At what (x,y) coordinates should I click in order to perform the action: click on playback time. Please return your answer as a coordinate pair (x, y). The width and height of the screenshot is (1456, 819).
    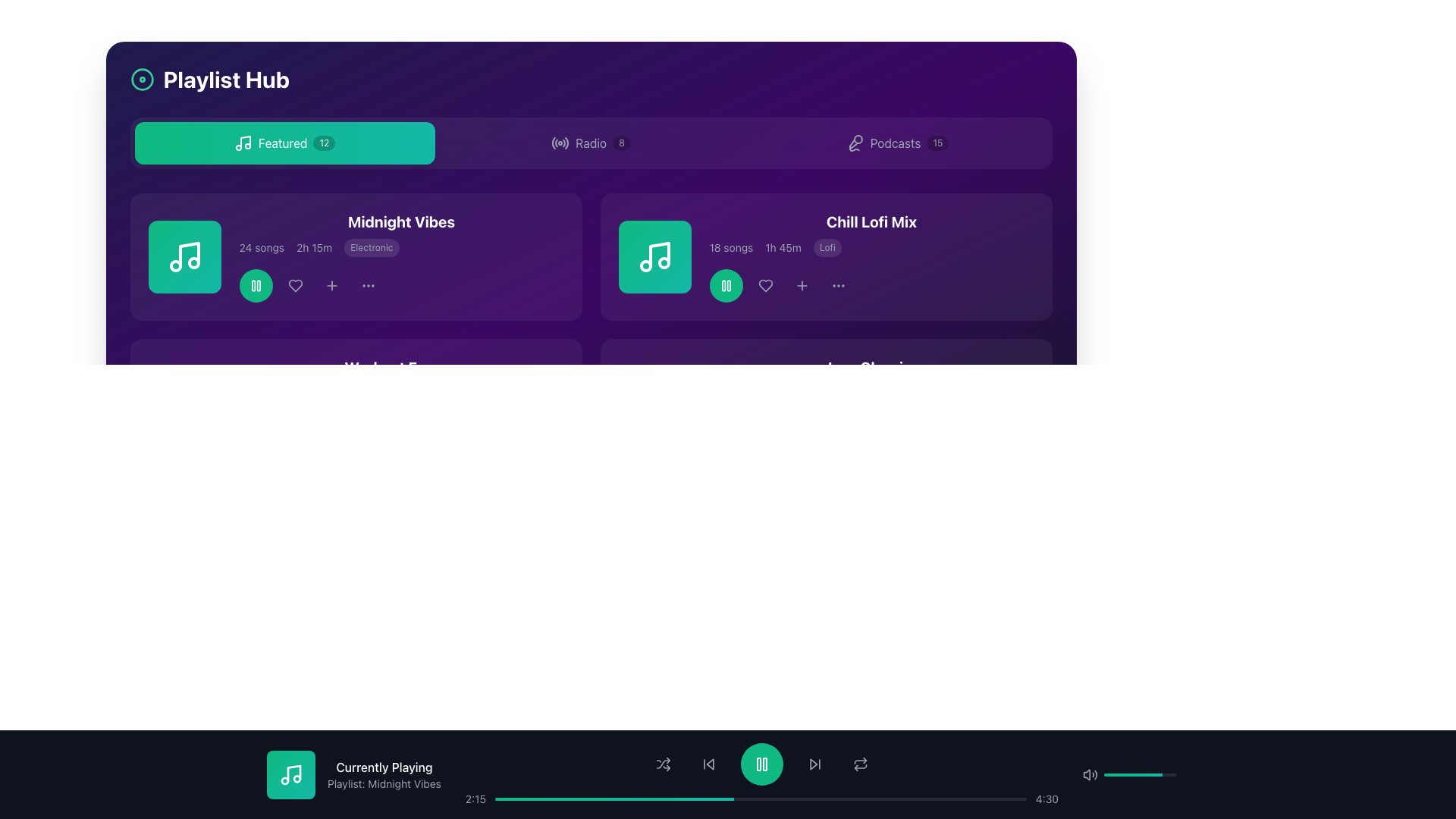
    Looking at the image, I should click on (703, 798).